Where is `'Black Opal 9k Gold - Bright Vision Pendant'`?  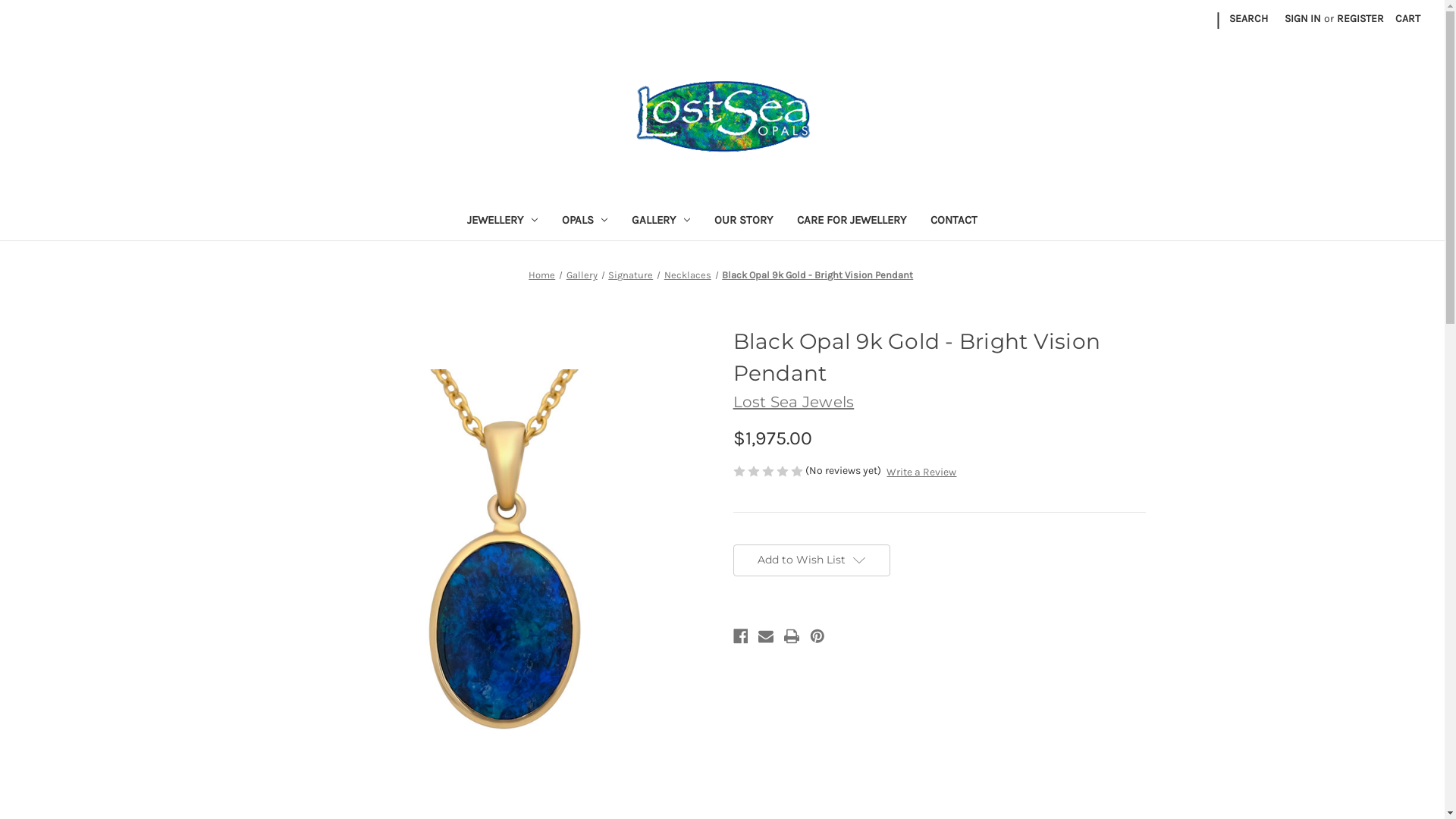
'Black Opal 9k Gold - Bright Vision Pendant' is located at coordinates (817, 275).